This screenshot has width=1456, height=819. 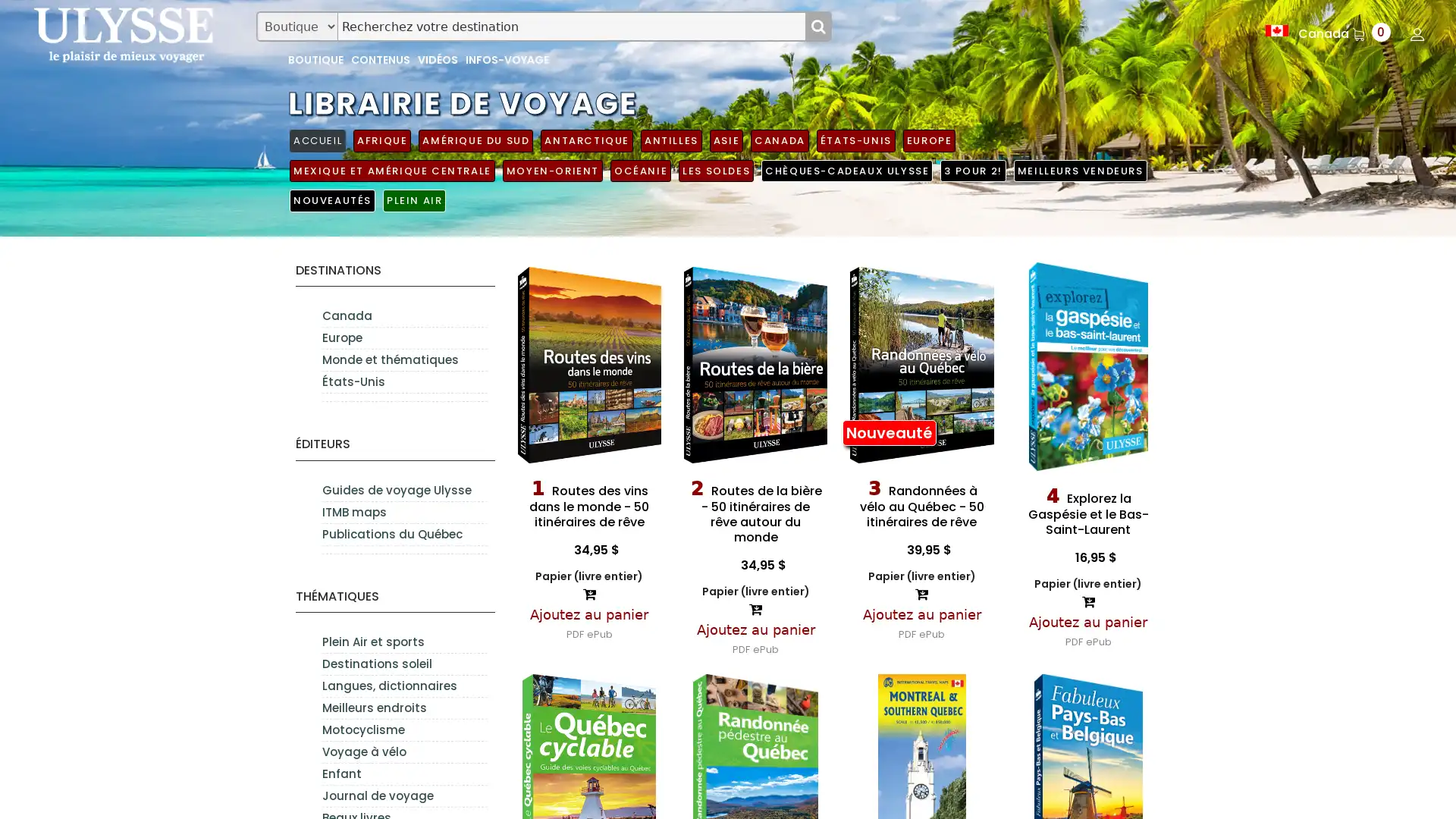 What do you see at coordinates (588, 613) in the screenshot?
I see `Ajoutez au panier` at bounding box center [588, 613].